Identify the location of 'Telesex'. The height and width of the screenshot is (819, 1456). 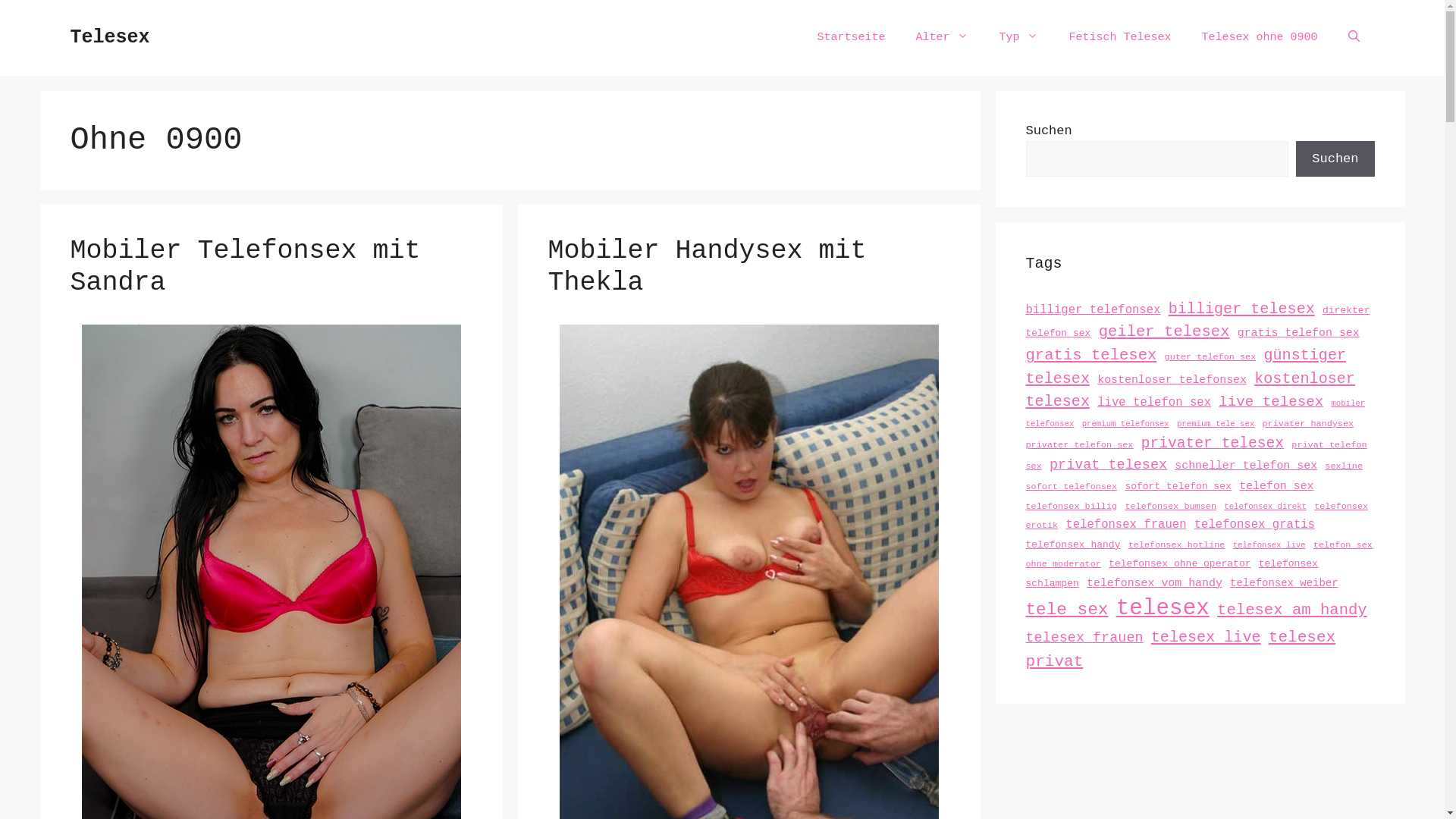
(108, 36).